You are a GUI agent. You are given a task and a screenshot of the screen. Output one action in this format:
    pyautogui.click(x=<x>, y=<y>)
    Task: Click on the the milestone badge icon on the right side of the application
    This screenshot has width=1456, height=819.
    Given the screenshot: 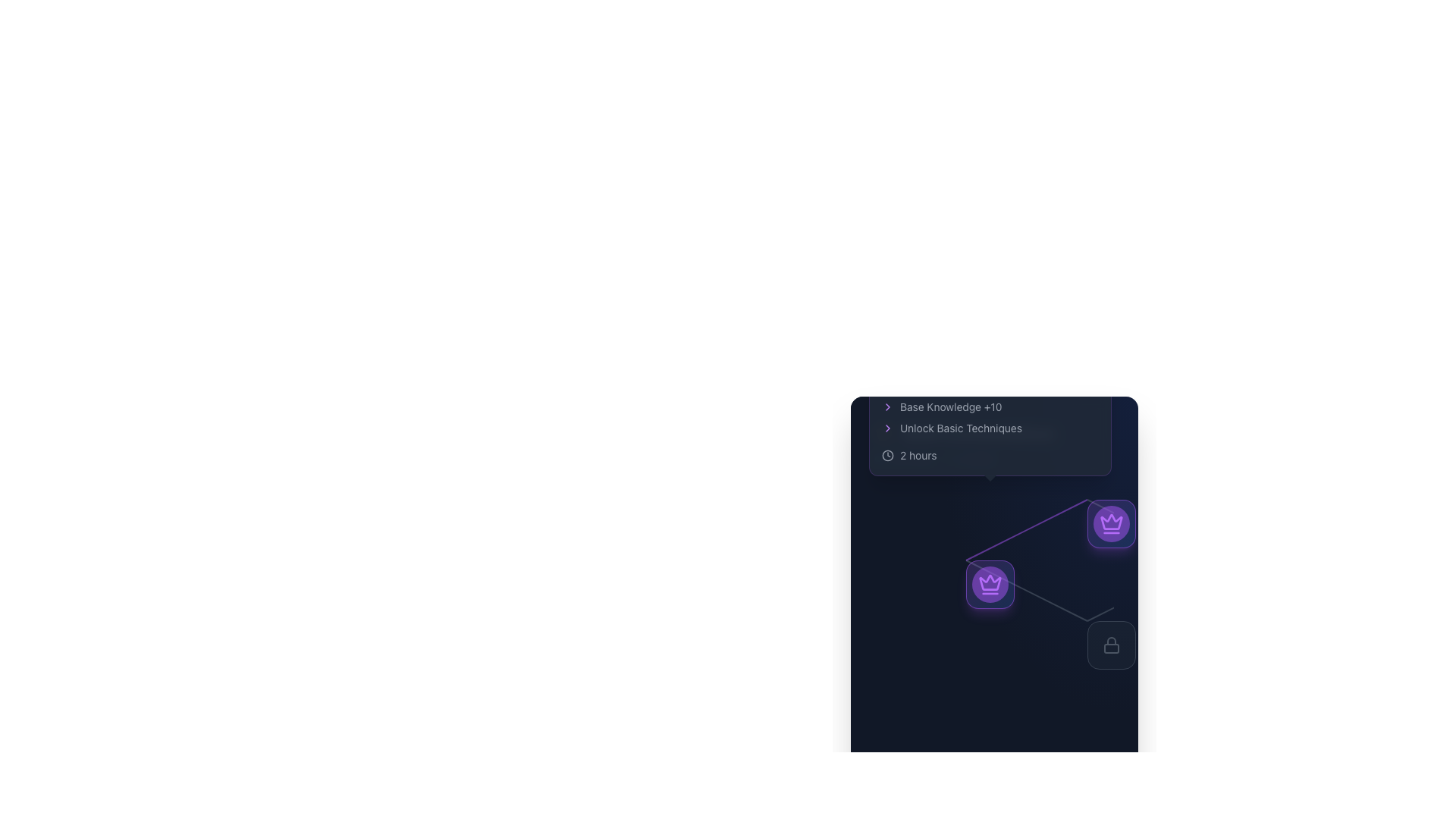 What is the action you would take?
    pyautogui.click(x=1111, y=522)
    